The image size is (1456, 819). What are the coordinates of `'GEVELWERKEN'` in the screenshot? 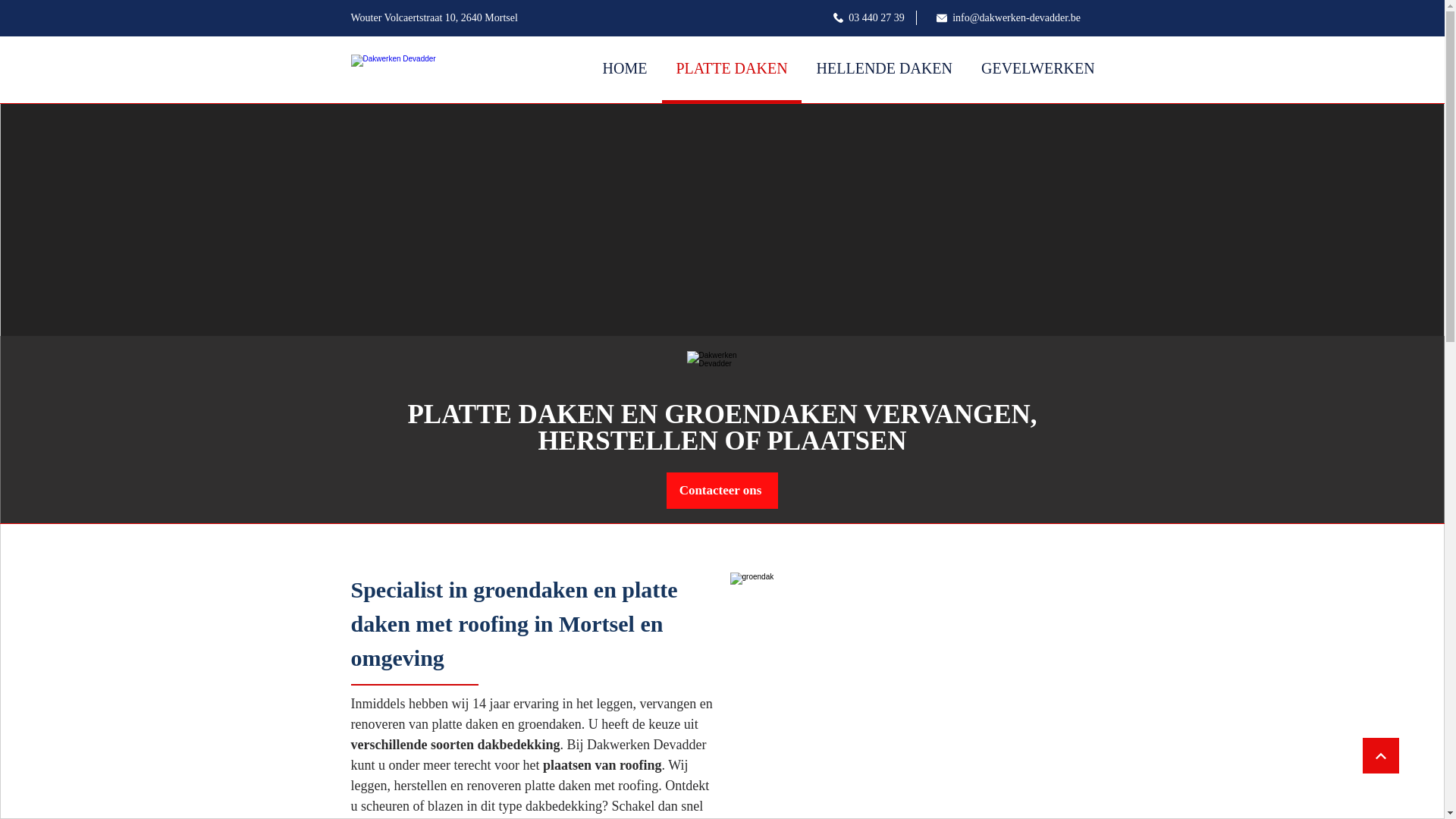 It's located at (967, 70).